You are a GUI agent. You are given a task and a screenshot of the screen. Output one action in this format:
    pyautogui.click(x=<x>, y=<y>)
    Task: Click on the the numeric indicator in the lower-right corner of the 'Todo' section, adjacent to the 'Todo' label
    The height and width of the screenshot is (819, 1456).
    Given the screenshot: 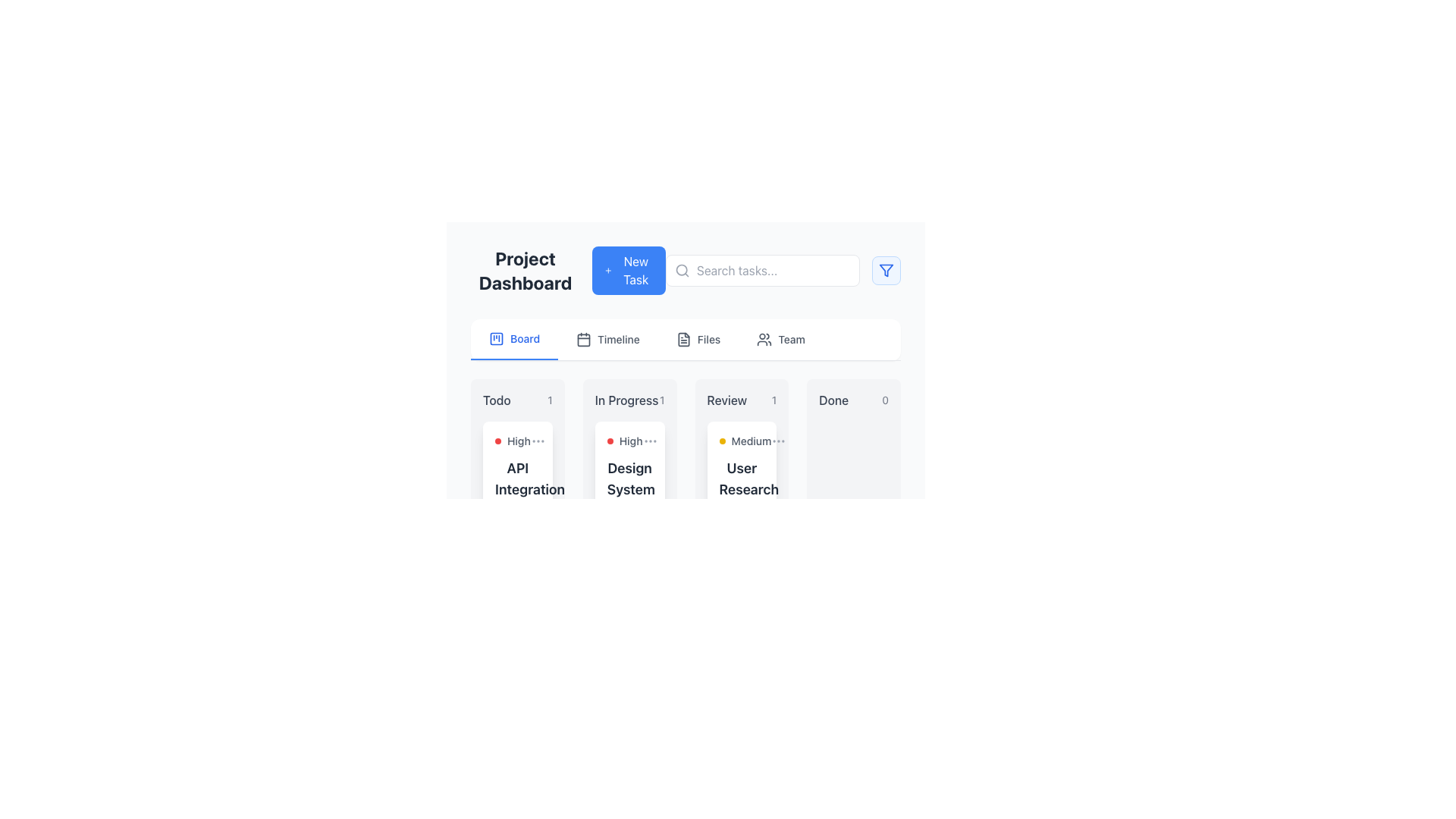 What is the action you would take?
    pyautogui.click(x=549, y=400)
    